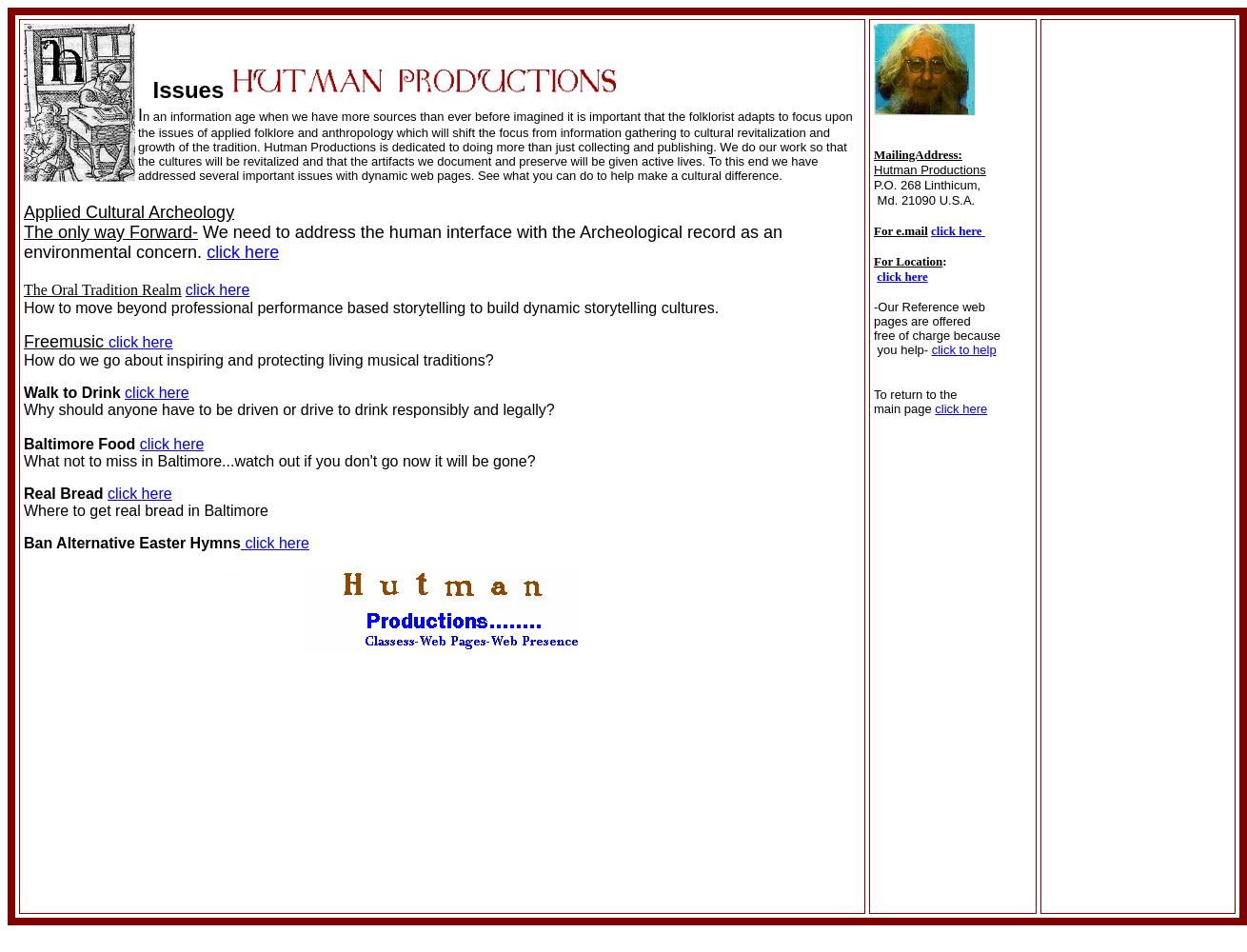 The height and width of the screenshot is (952, 1247). I want to click on 'Baltimore Food', so click(79, 443).